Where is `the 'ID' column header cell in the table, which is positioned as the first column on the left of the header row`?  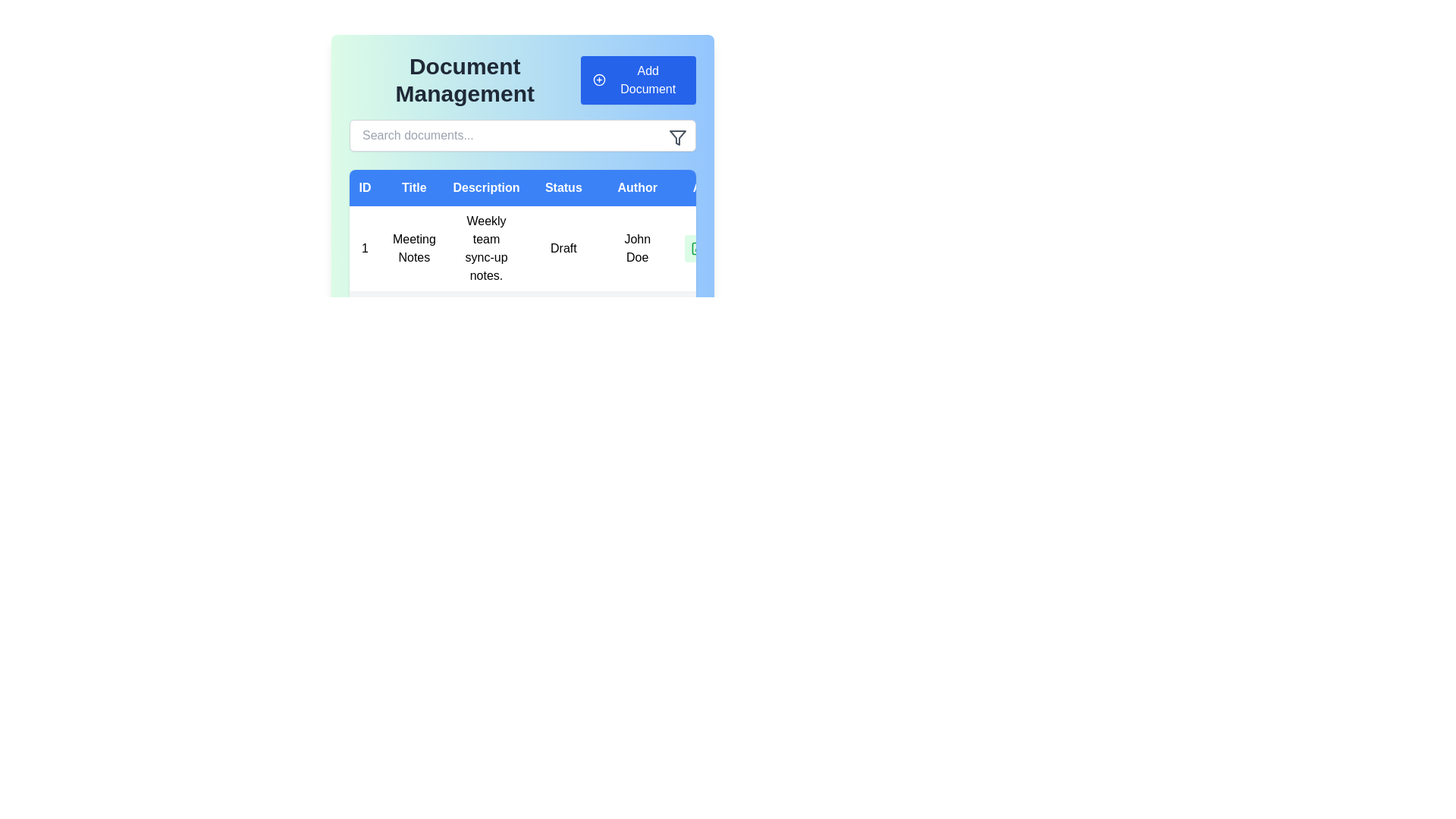 the 'ID' column header cell in the table, which is positioned as the first column on the left of the header row is located at coordinates (365, 187).